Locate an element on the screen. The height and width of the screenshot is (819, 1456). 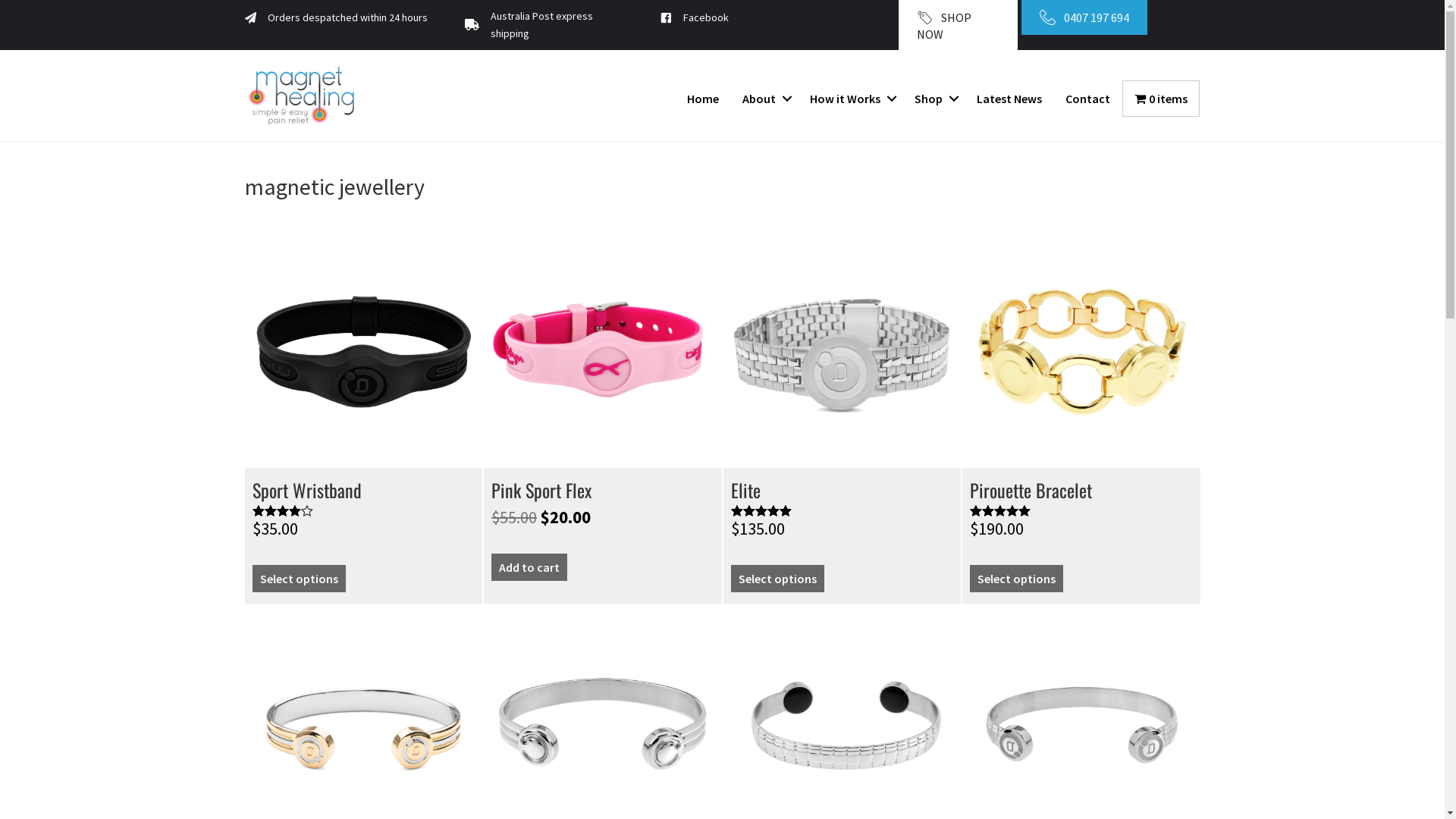
'WURiuVwU-elite-mens-bracelet-steel-F-2020-2-800x800' is located at coordinates (841, 350).